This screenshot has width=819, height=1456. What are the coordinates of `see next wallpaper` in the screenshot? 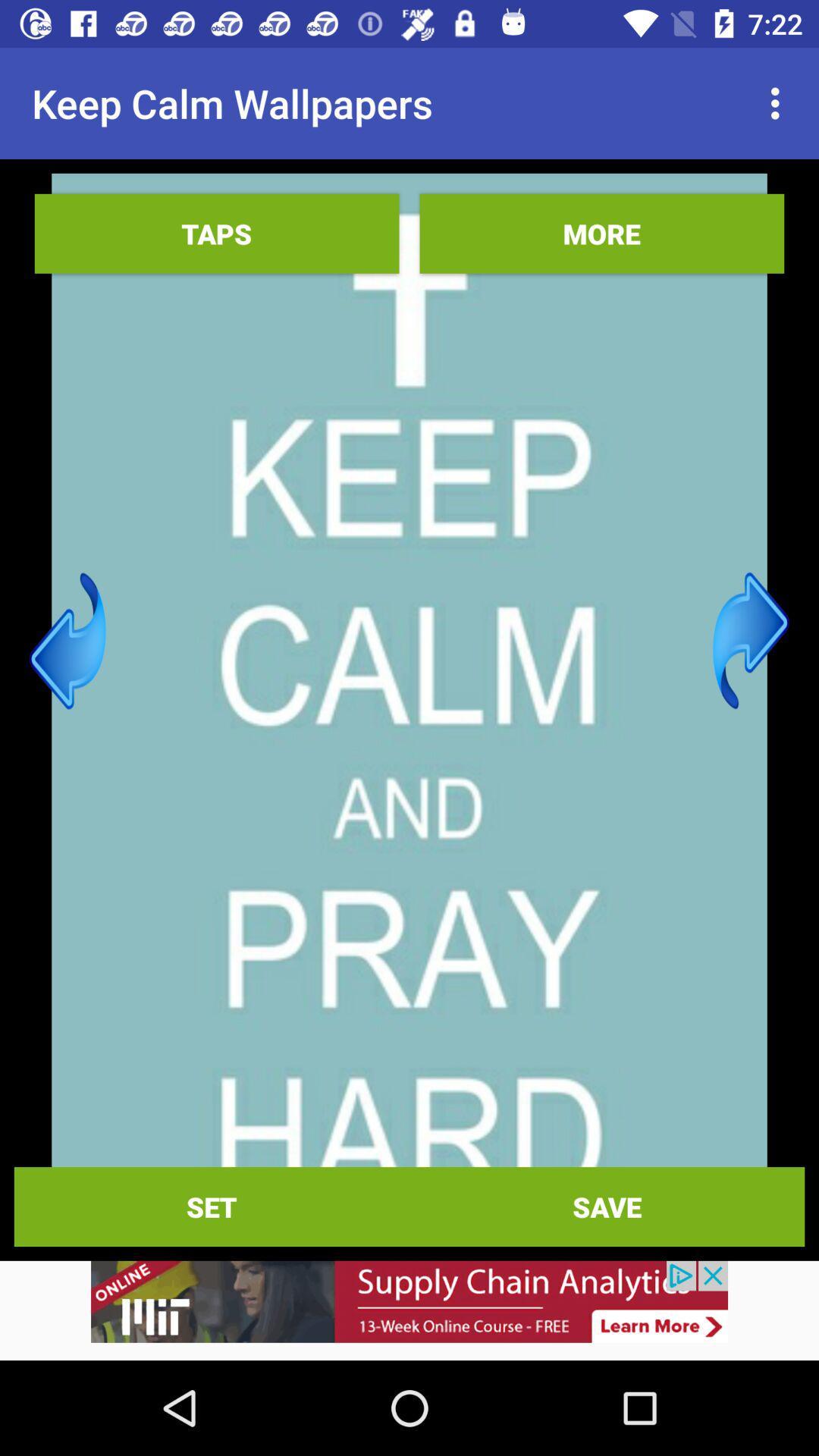 It's located at (751, 641).